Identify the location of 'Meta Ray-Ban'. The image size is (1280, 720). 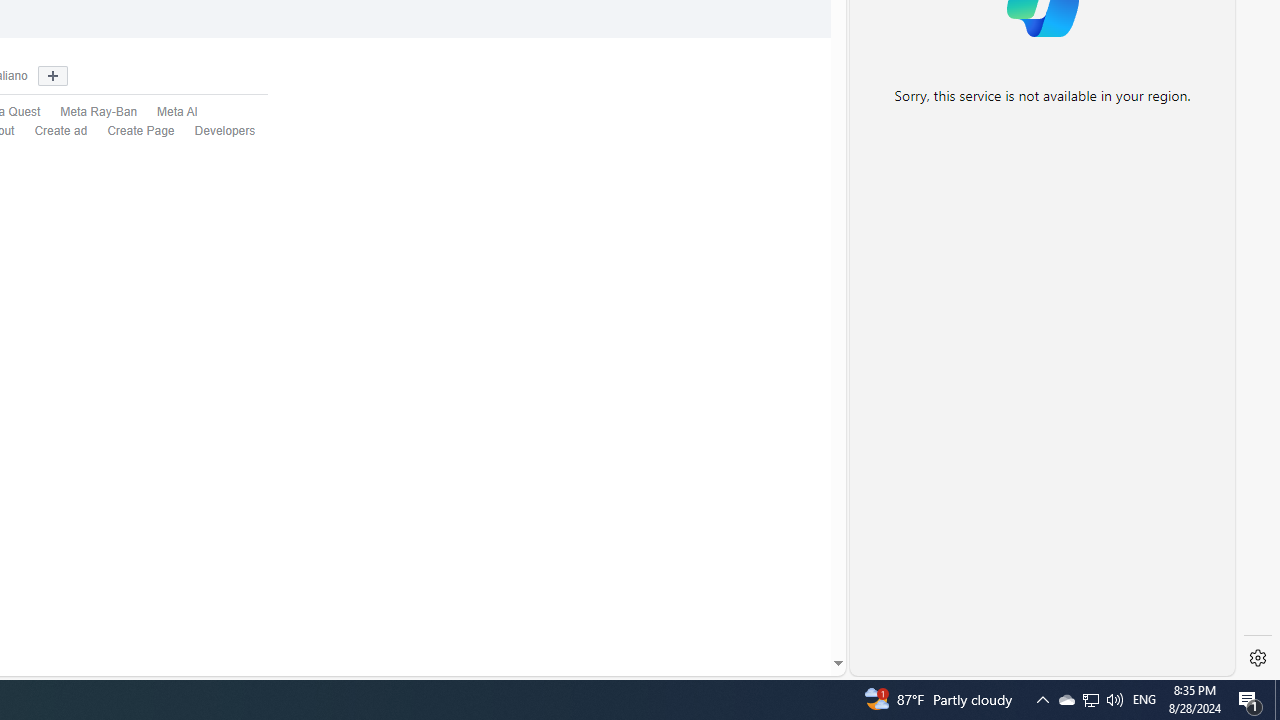
(87, 113).